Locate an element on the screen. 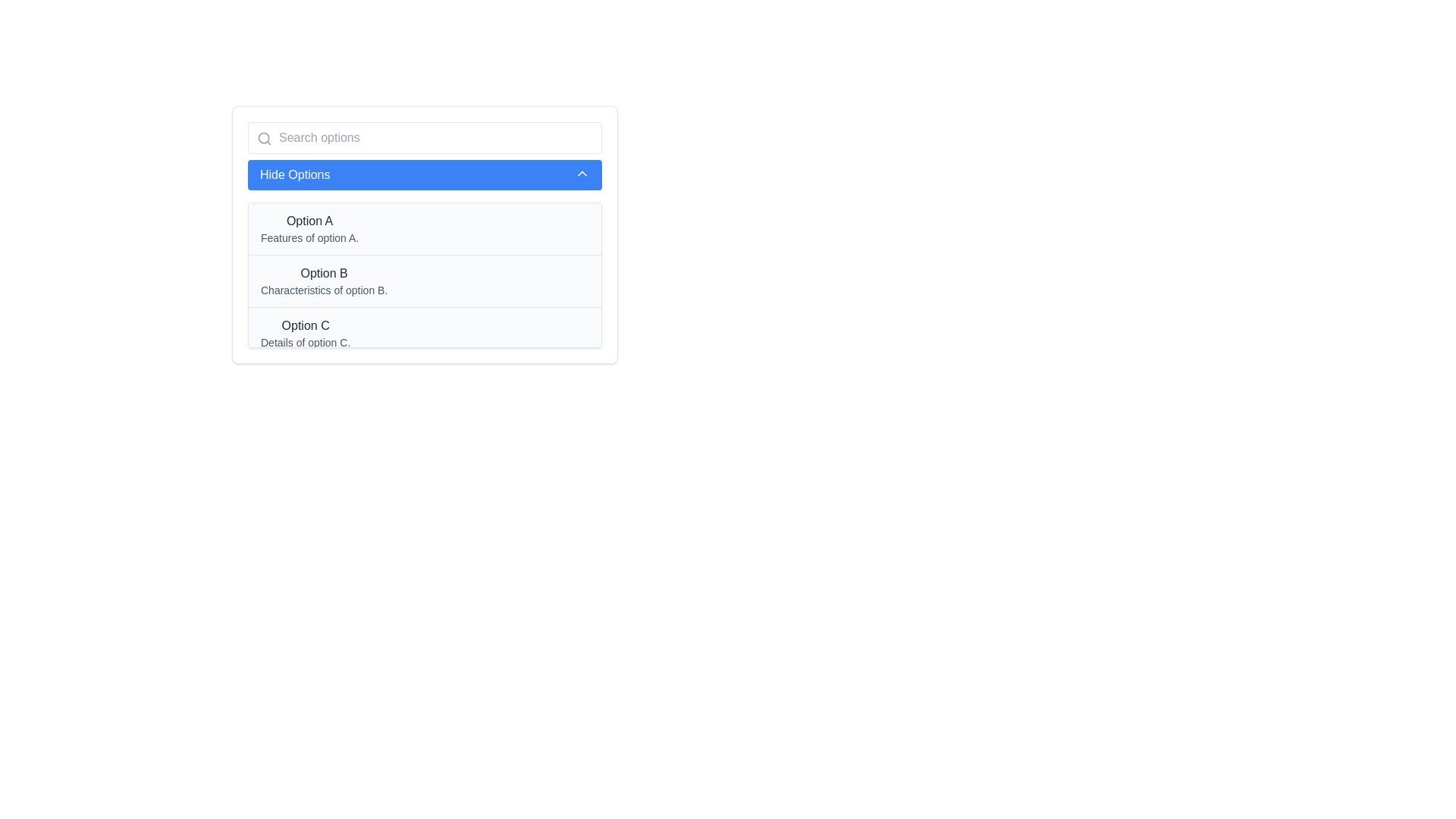  the 'Option A' text label, which is displayed in a larger bold font and dark gray color, located in the dropdown section beneath the 'Hide Options' button as the first row of selectable options is located at coordinates (309, 221).